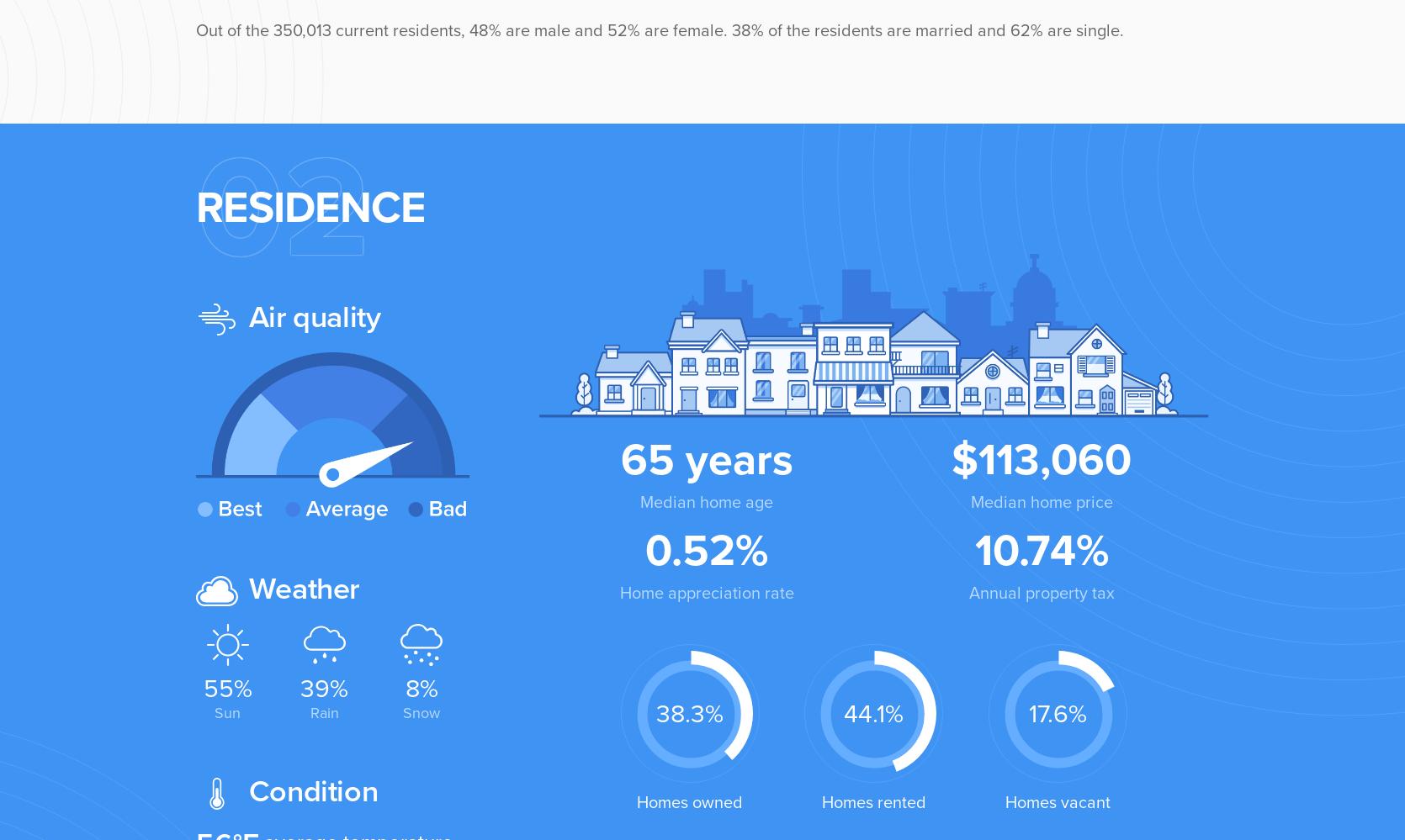 This screenshot has width=1405, height=840. What do you see at coordinates (310, 790) in the screenshot?
I see `'Condition'` at bounding box center [310, 790].